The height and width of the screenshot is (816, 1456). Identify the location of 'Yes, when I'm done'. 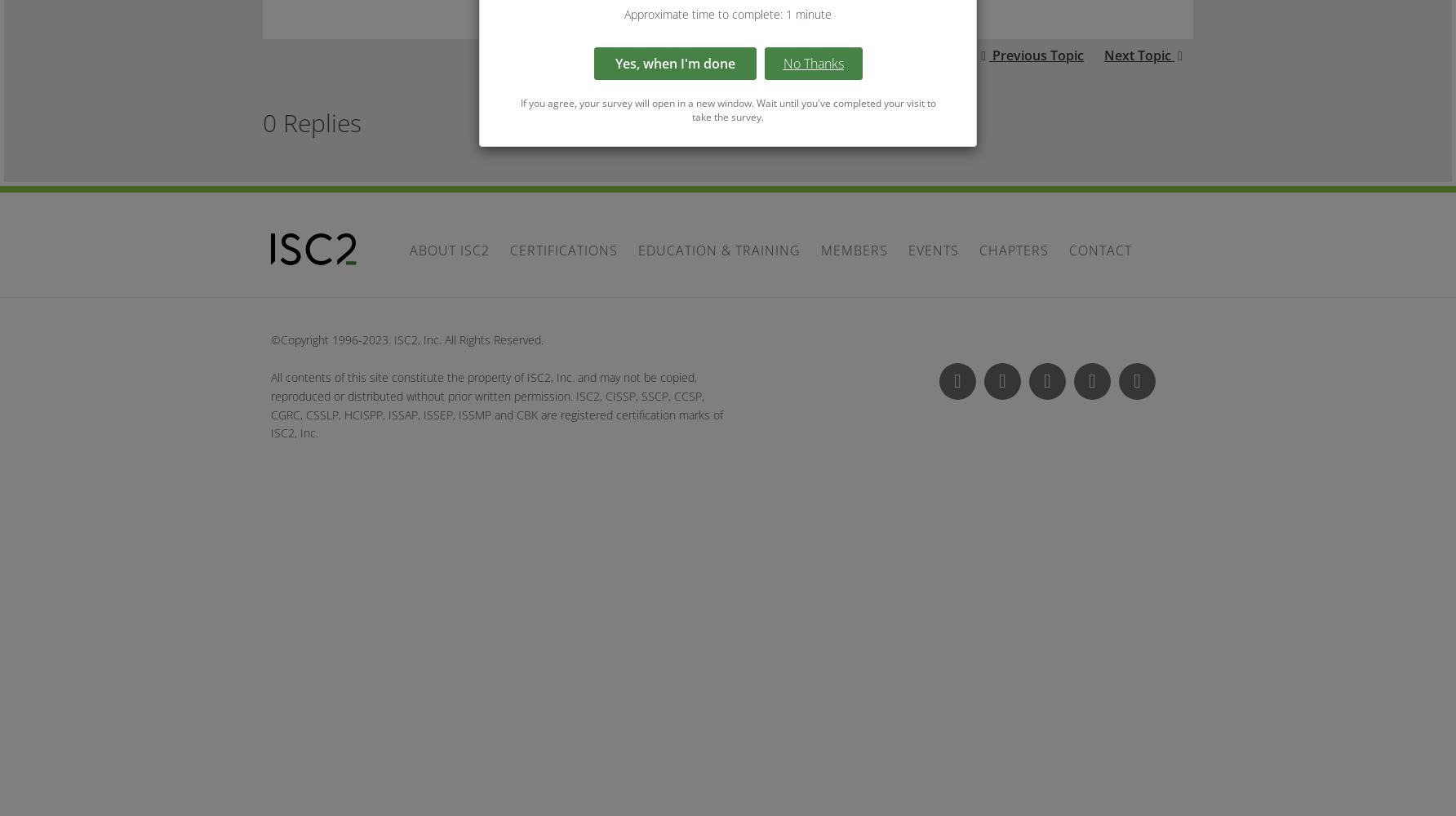
(673, 62).